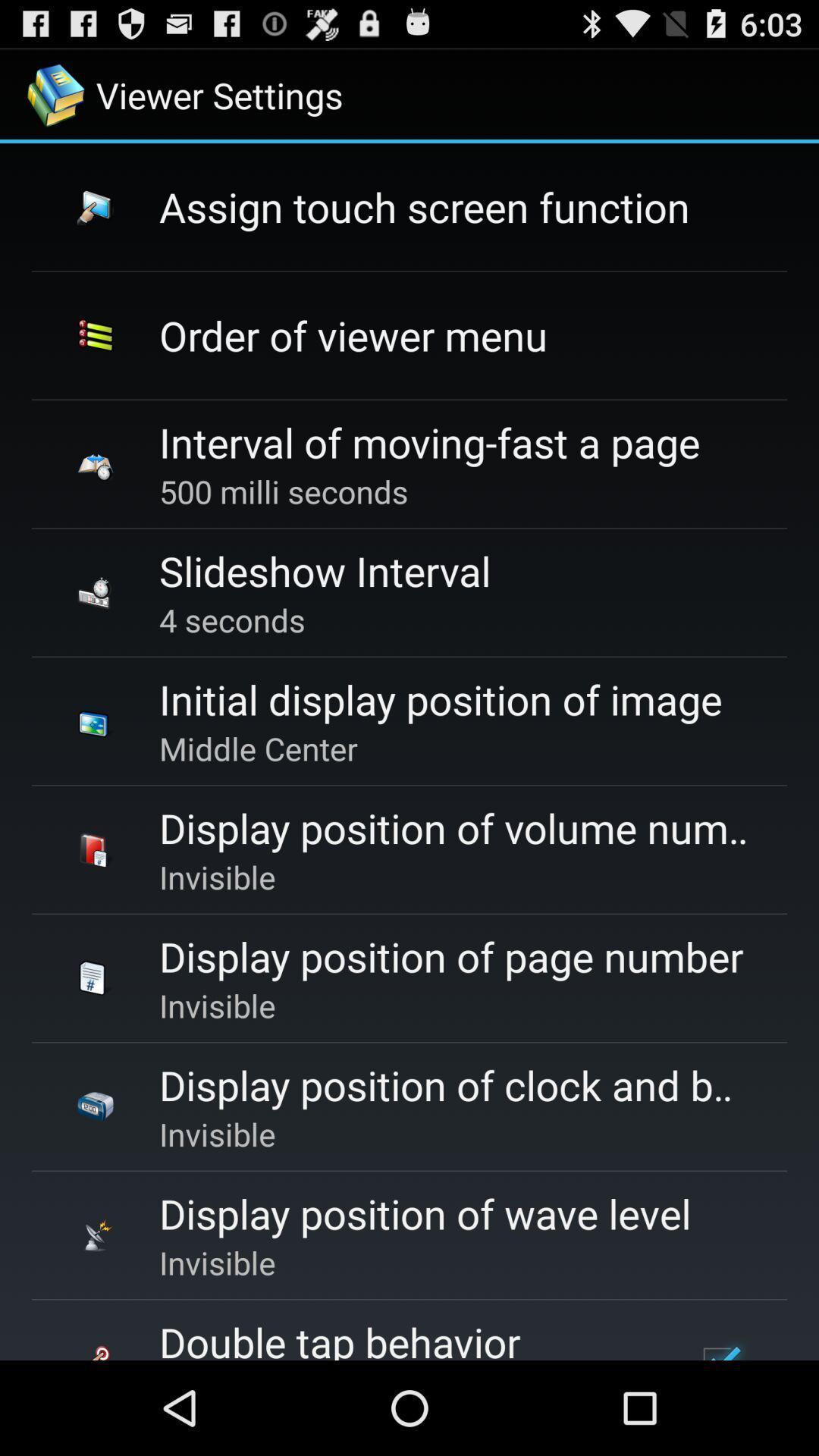 The width and height of the screenshot is (819, 1456). I want to click on app below the order of viewer, so click(429, 441).